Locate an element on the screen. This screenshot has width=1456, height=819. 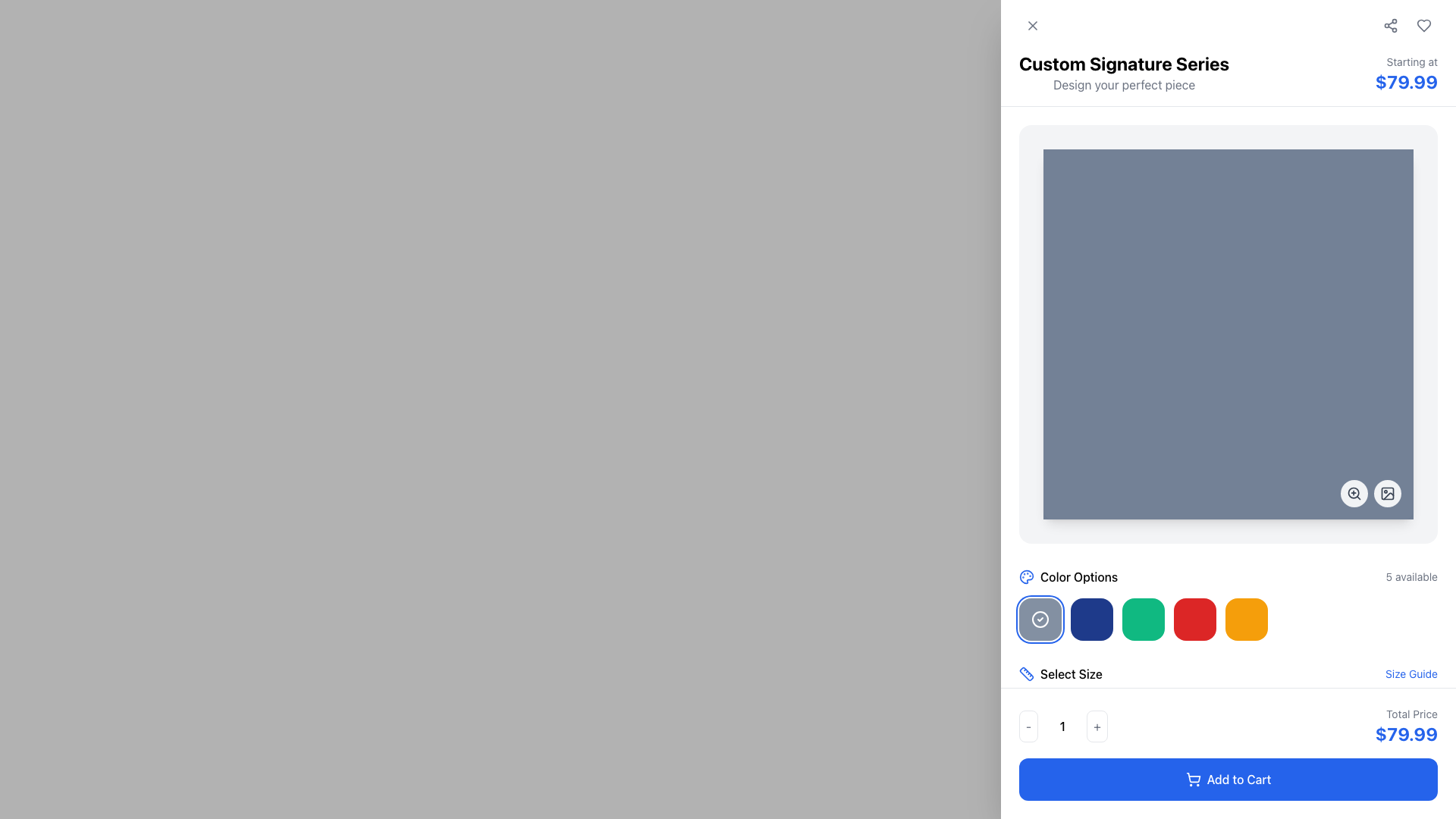
the 'L' size selection button, the fourth button in the size selection group is located at coordinates (1164, 714).